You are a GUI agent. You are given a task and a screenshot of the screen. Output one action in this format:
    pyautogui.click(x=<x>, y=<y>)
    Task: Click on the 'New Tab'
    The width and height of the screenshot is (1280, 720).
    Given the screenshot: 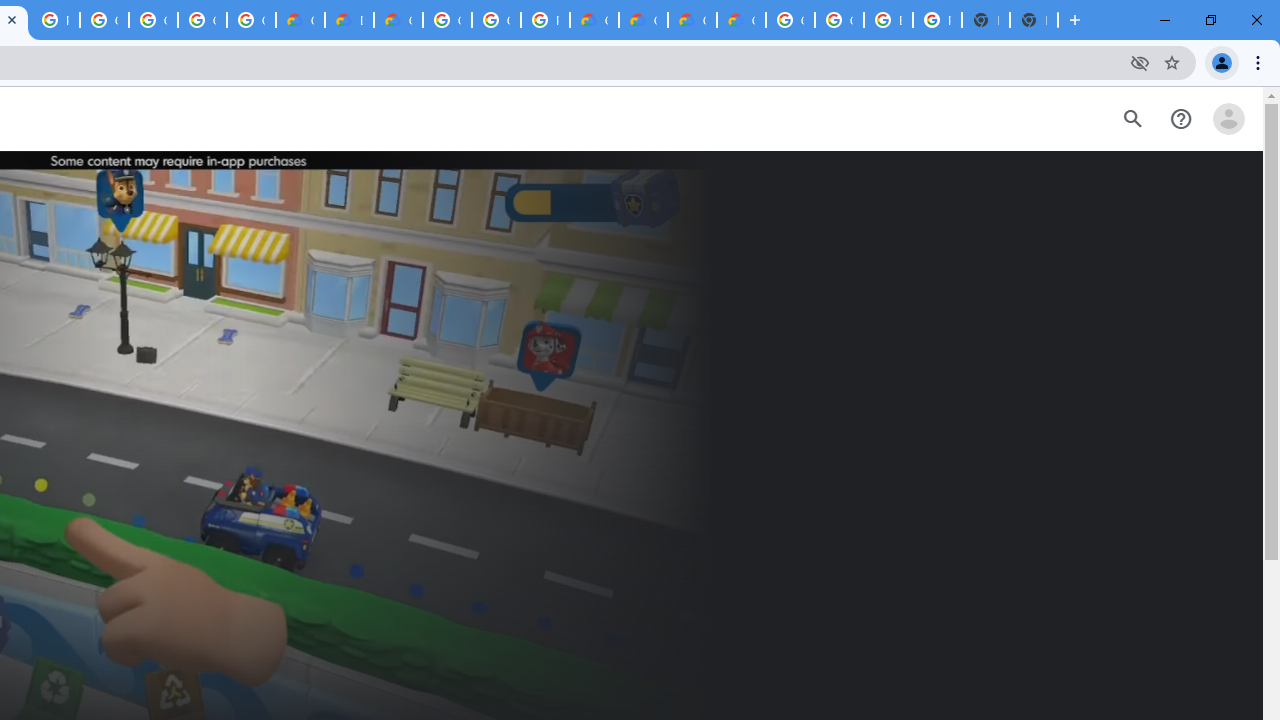 What is the action you would take?
    pyautogui.click(x=1034, y=20)
    